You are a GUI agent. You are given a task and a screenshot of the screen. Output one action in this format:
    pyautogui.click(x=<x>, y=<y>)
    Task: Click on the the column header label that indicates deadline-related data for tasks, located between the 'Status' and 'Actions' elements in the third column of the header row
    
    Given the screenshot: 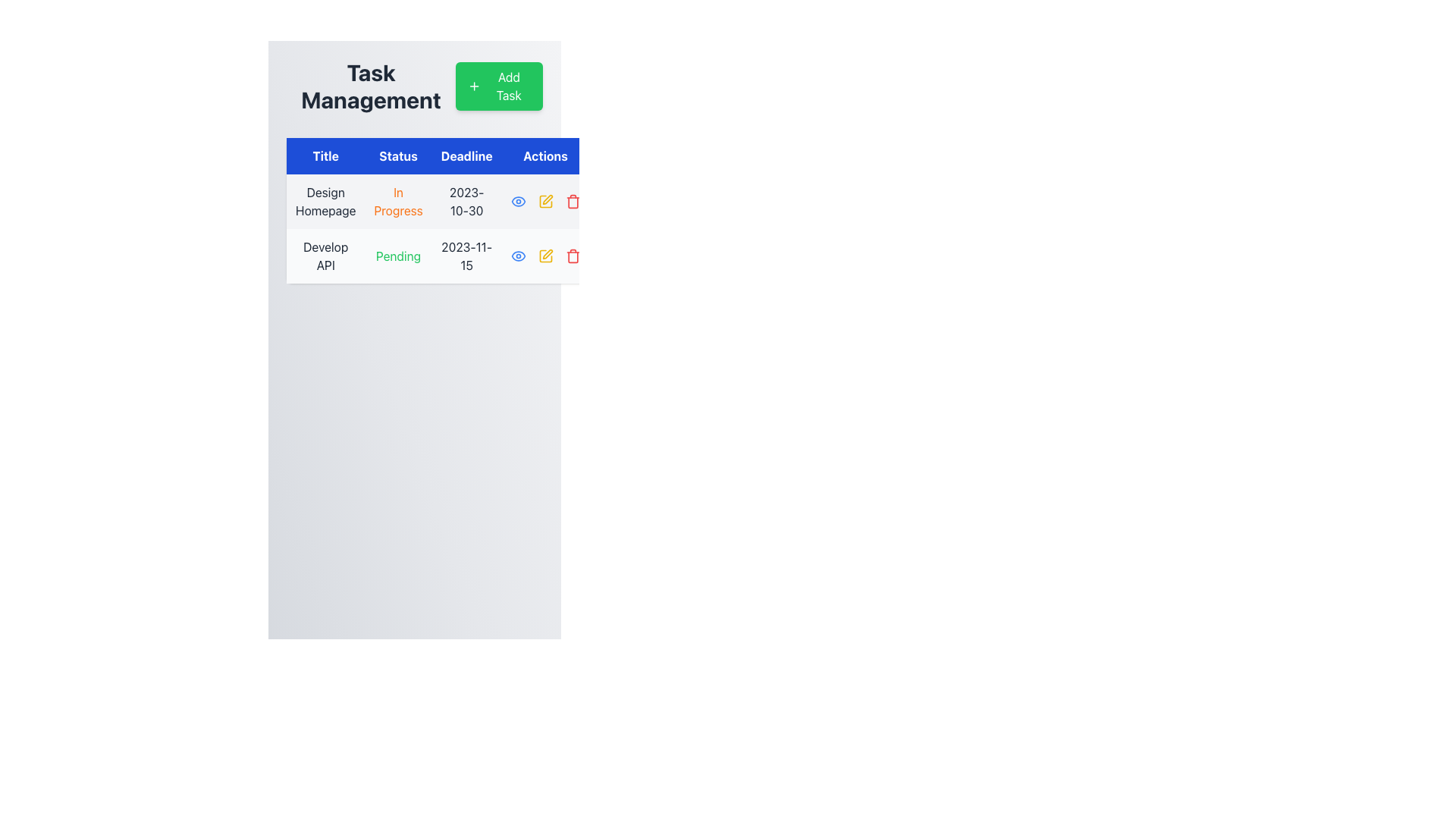 What is the action you would take?
    pyautogui.click(x=466, y=155)
    